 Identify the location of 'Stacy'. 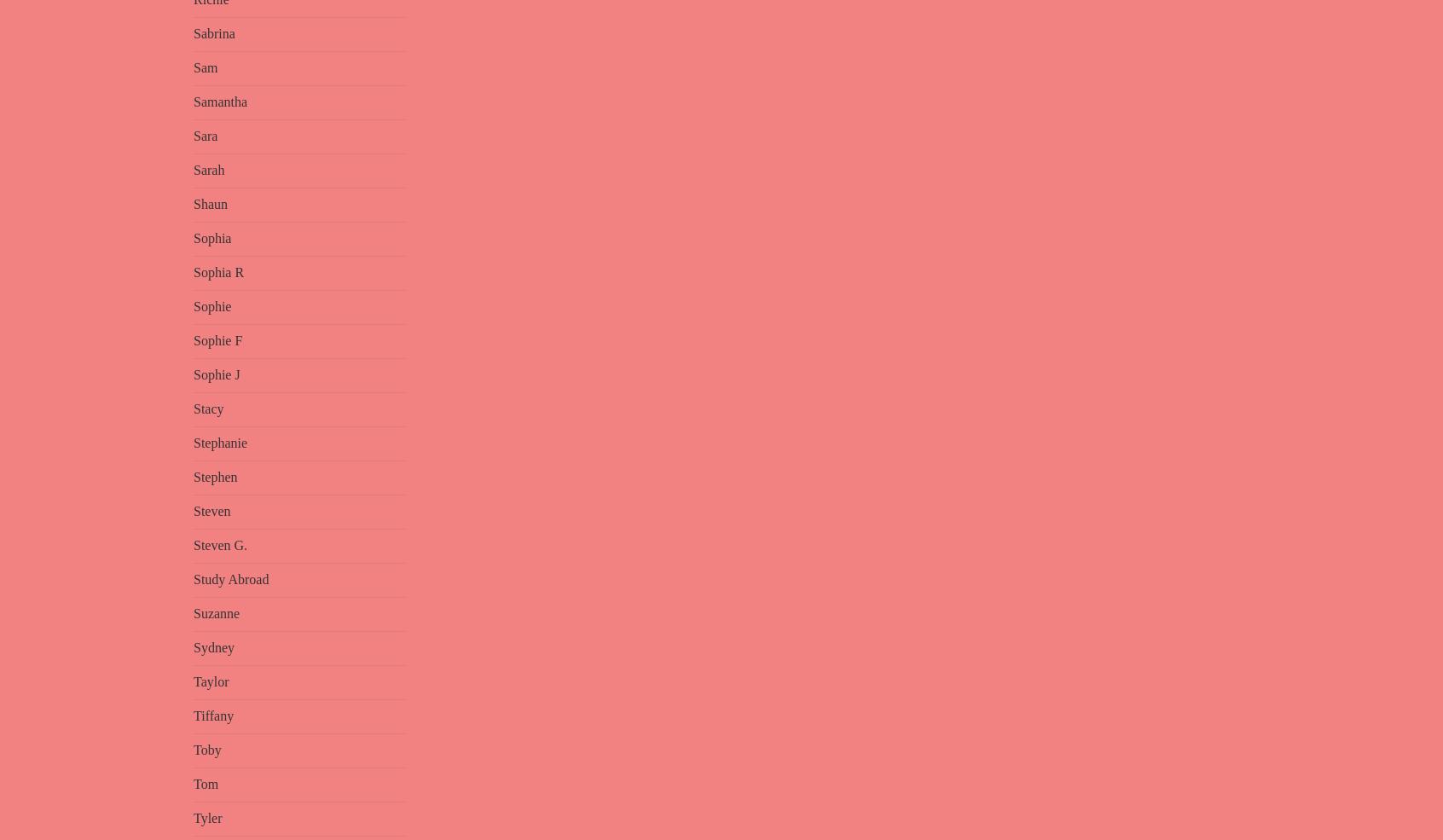
(194, 408).